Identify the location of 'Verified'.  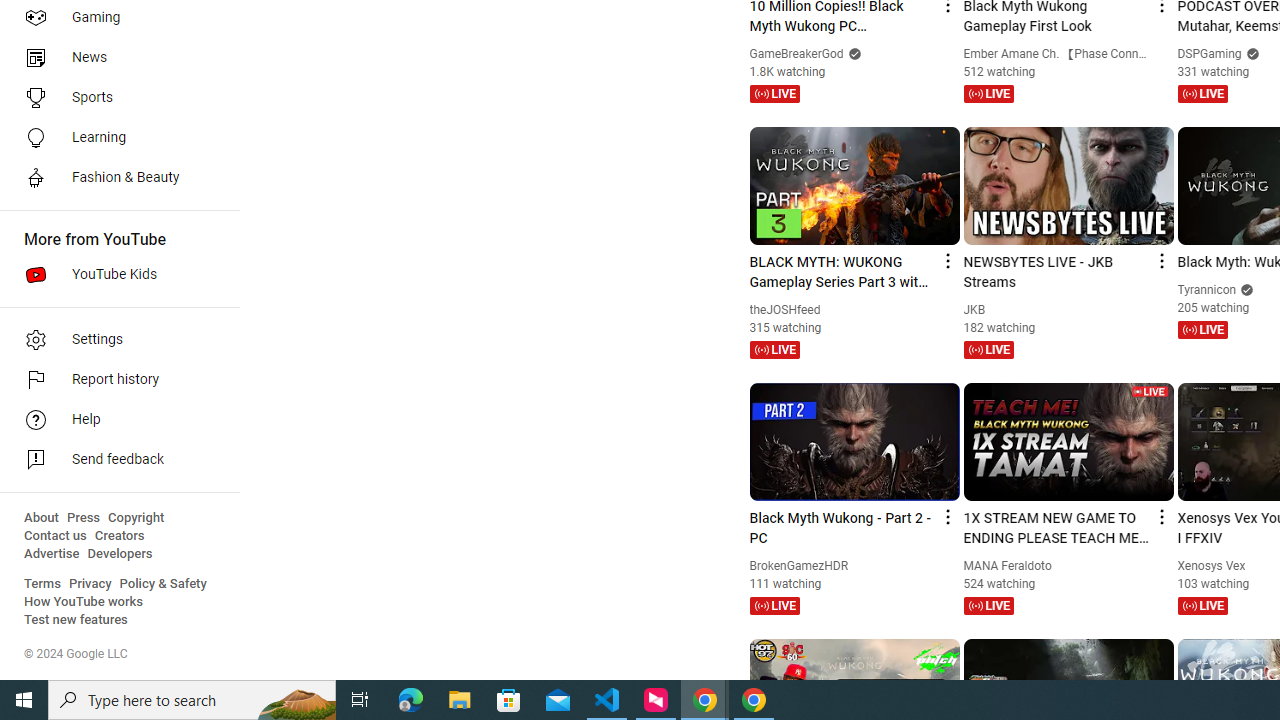
(1244, 289).